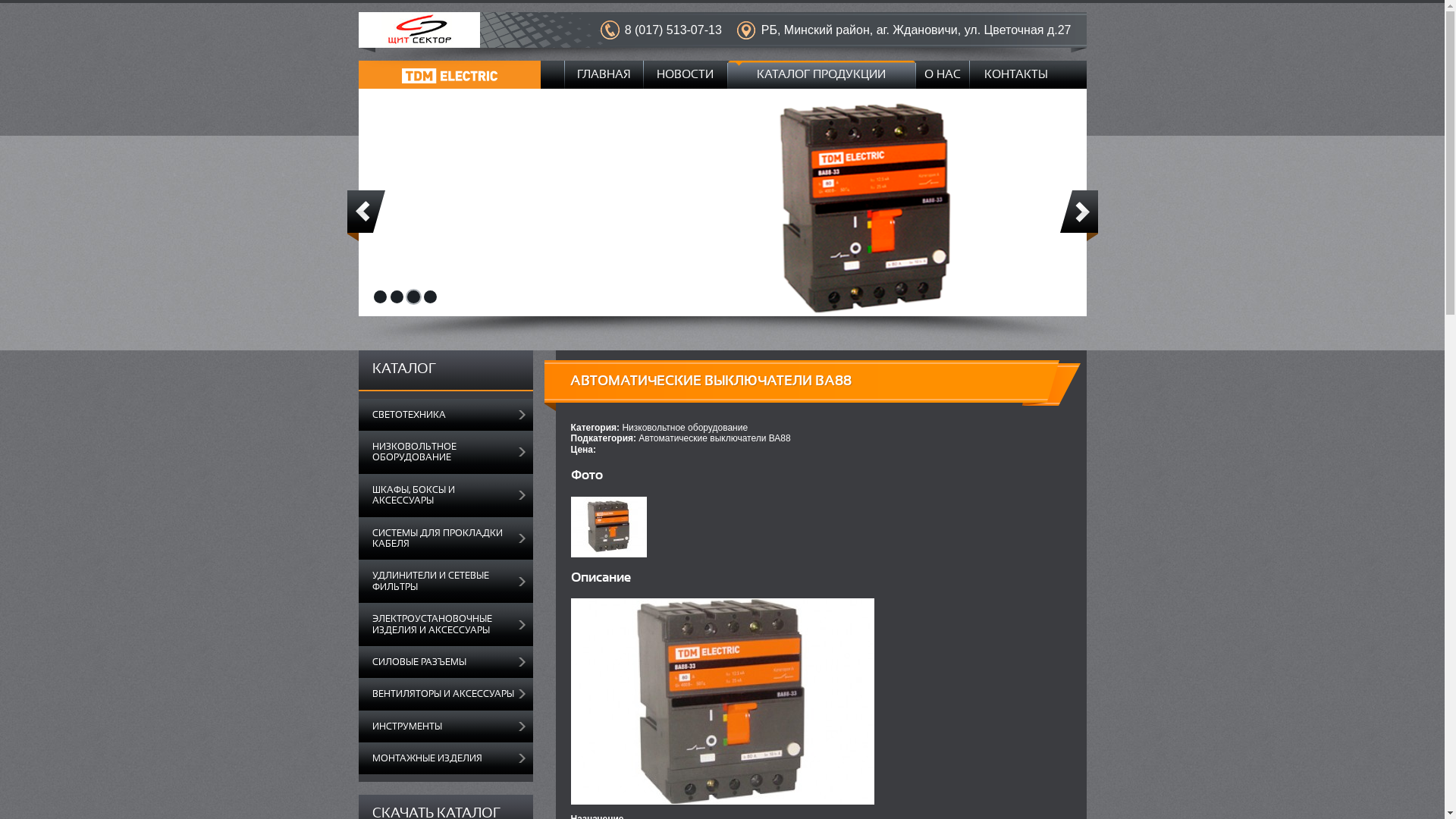  Describe the element at coordinates (1078, 215) in the screenshot. I see `'Next'` at that location.